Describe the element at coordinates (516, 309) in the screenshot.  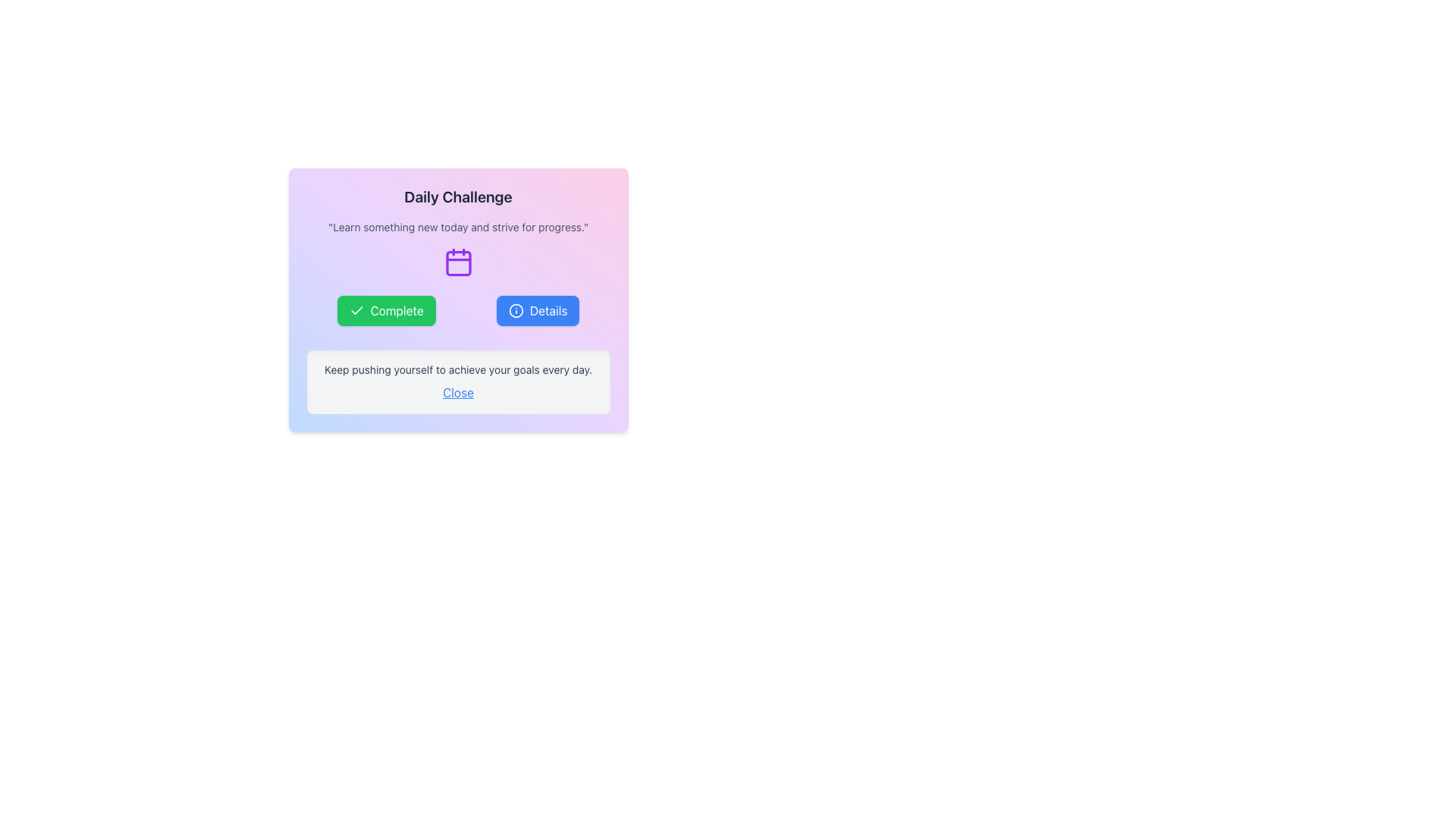
I see `the circular Icon component located within the SVG icon of the 'Details' button, which is positioned in the upper right section of the UI` at that location.